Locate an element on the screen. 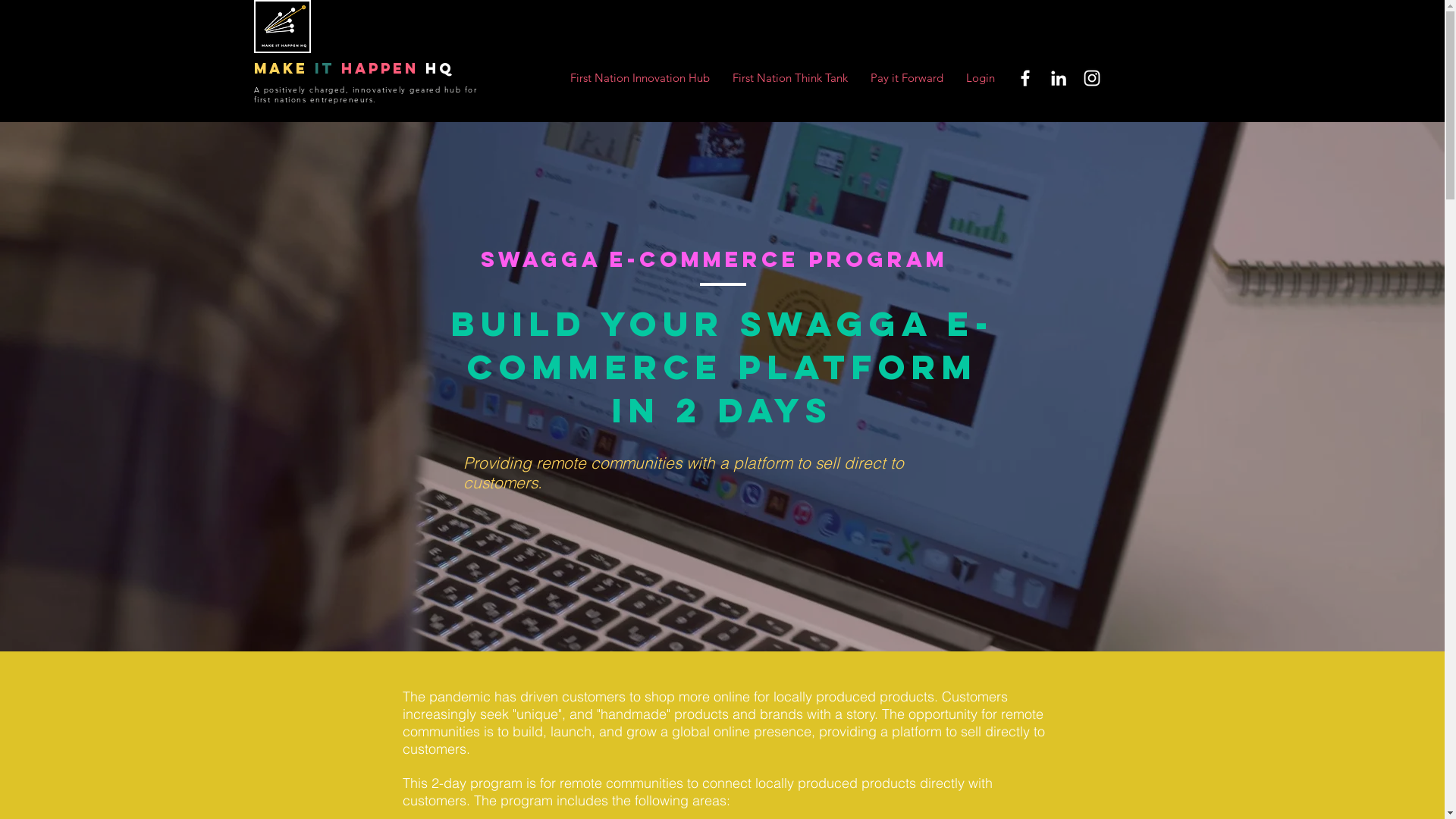 The height and width of the screenshot is (819, 1456). 'Login' is located at coordinates (952, 78).